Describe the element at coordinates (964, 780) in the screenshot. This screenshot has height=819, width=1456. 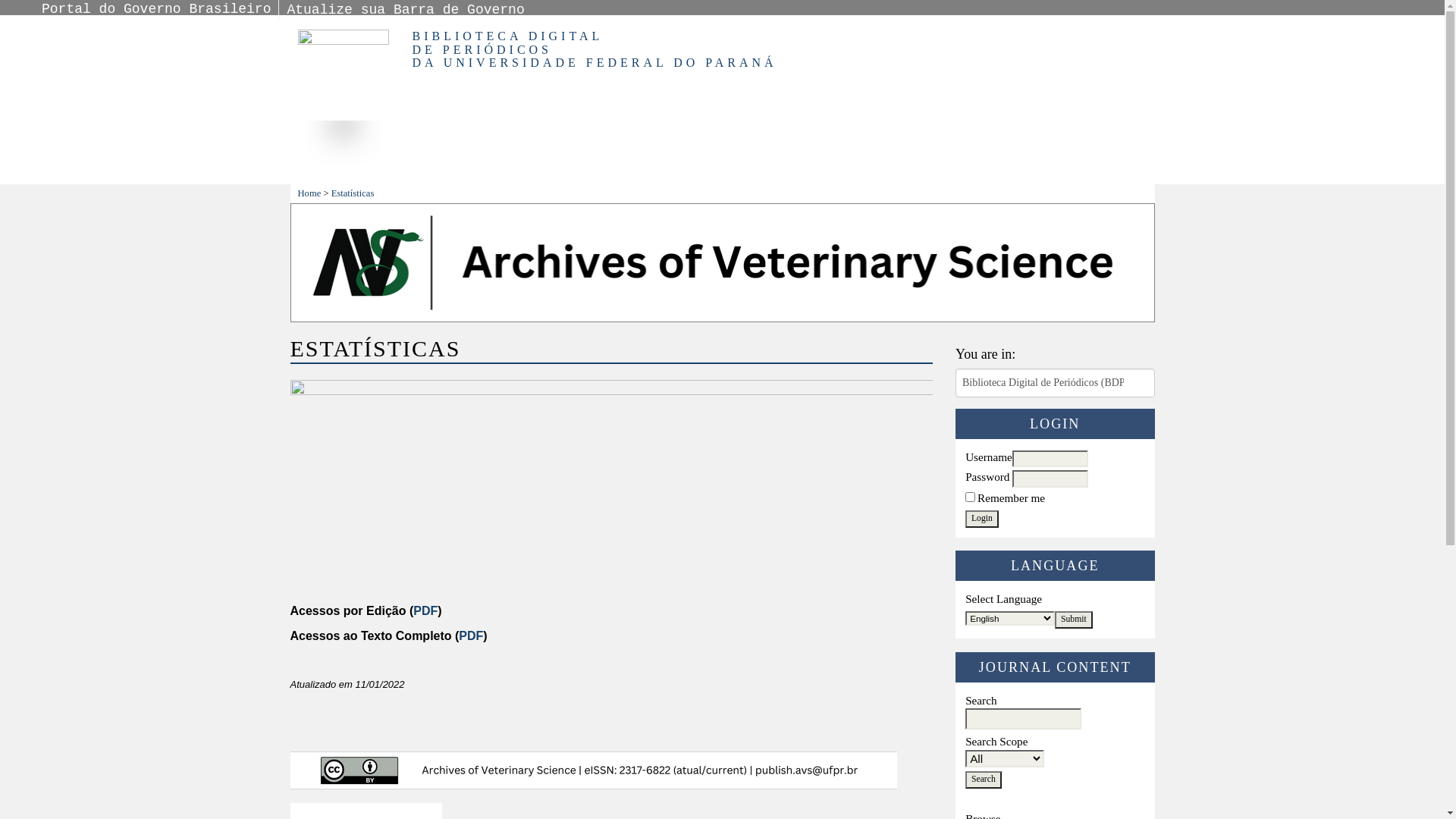
I see `'Search'` at that location.